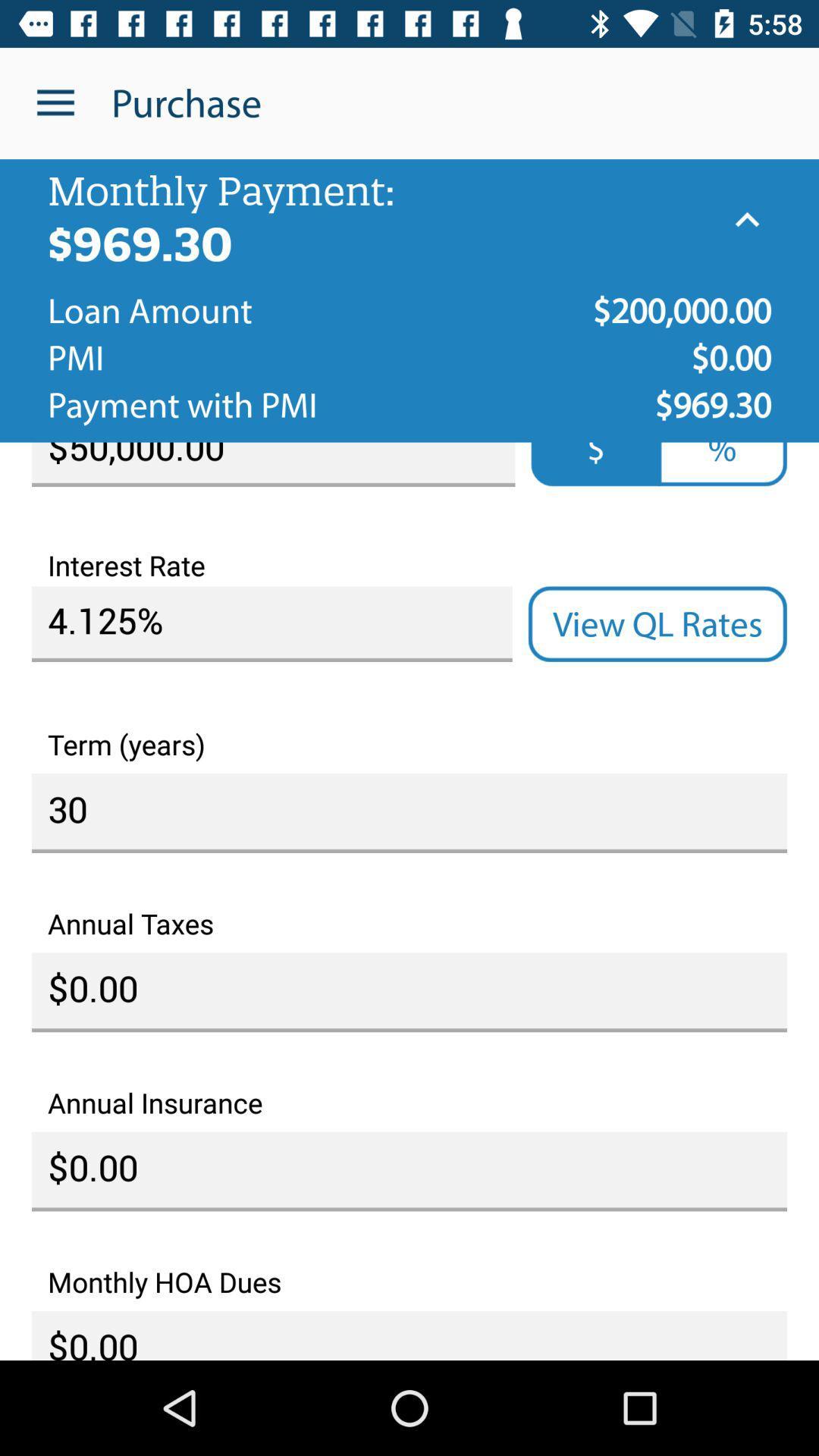 This screenshot has width=819, height=1456. I want to click on the view ql rates, so click(657, 624).